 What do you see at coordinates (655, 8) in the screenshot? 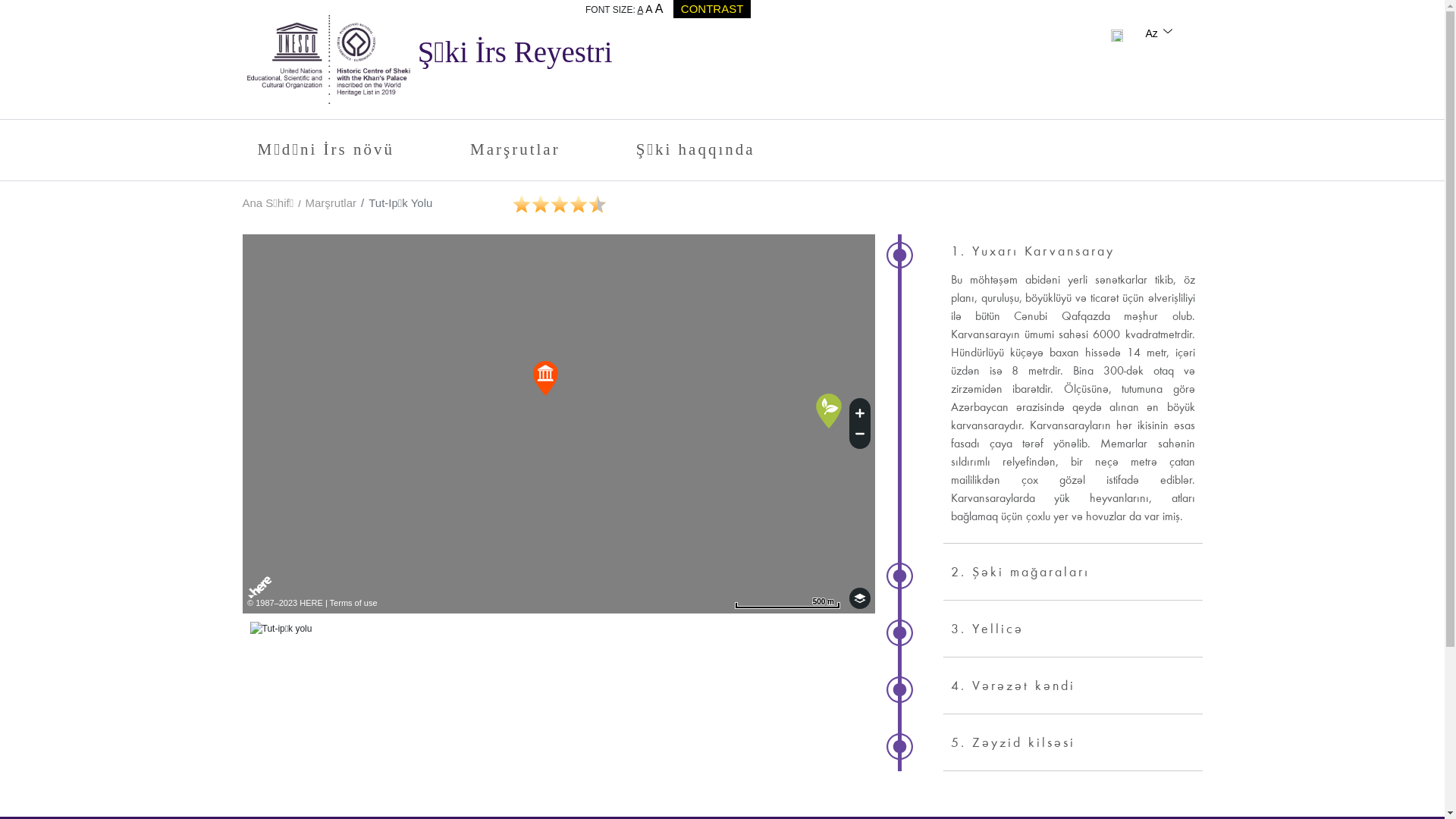
I see `'A'` at bounding box center [655, 8].